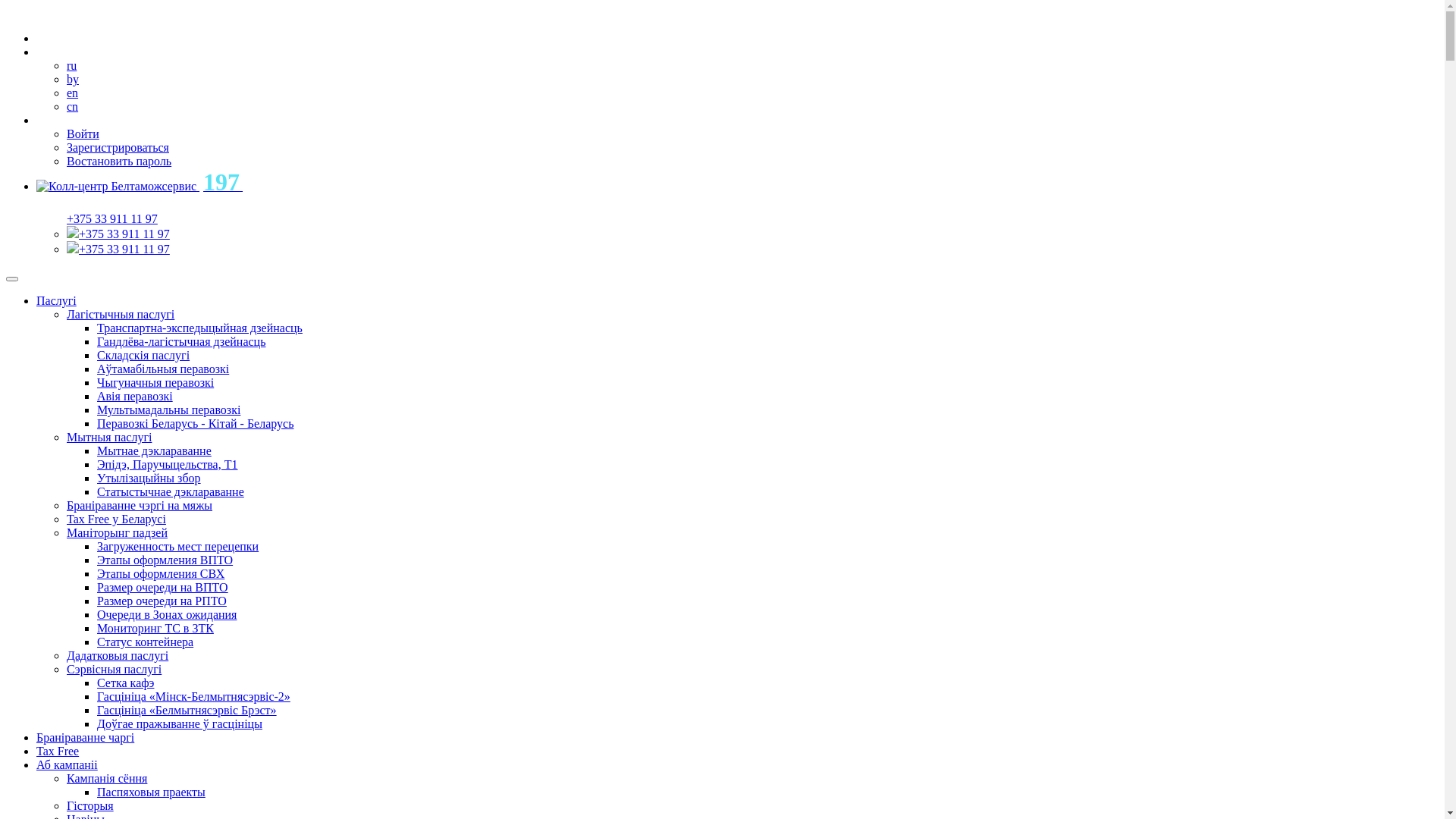 This screenshot has width=1456, height=819. I want to click on '+375 33 911 11 97', so click(124, 248).